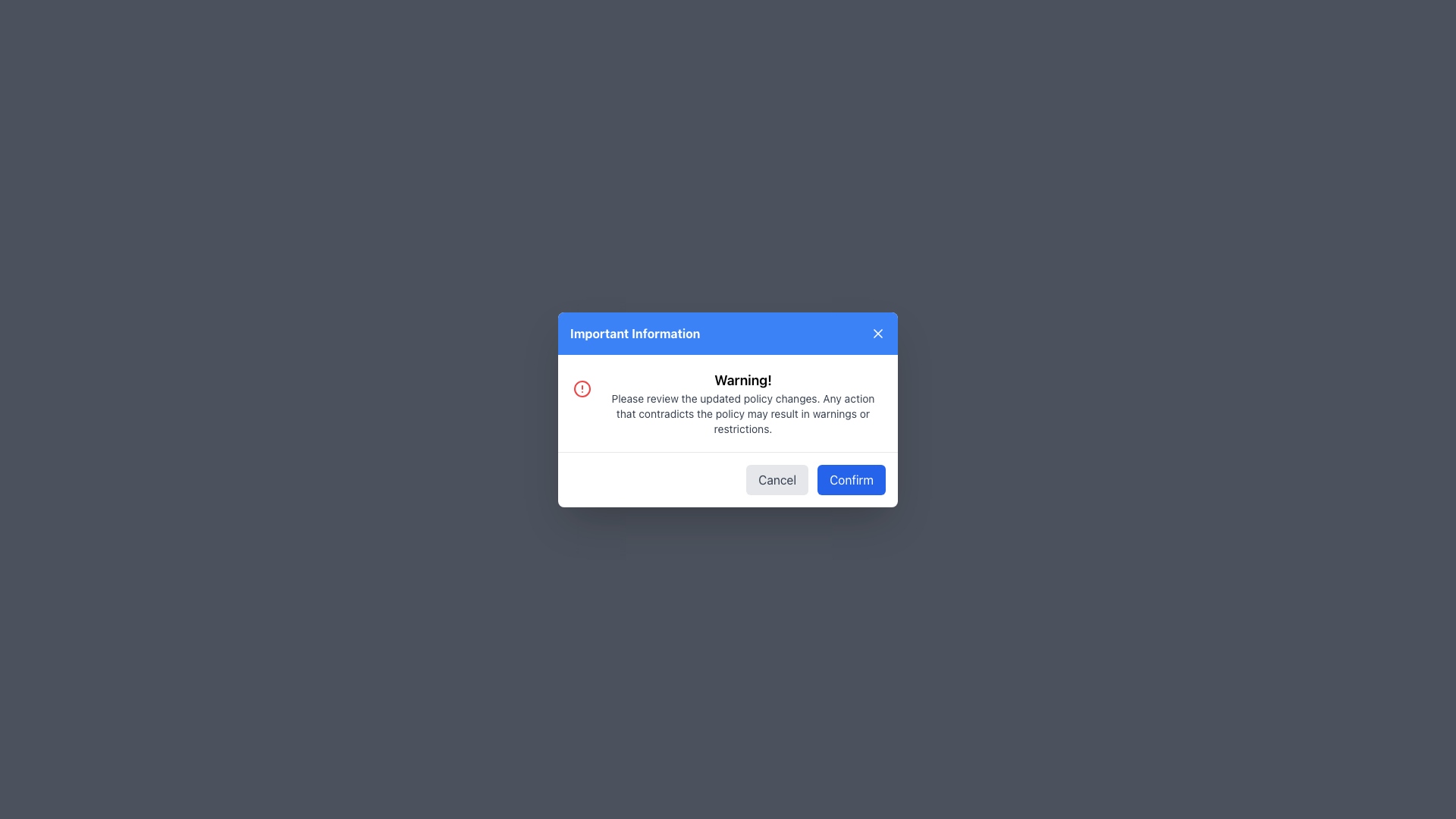 This screenshot has width=1456, height=819. I want to click on the circular graphical element that serves as an indicator in the alert icon located in the top left of the warning dialog box, so click(582, 388).